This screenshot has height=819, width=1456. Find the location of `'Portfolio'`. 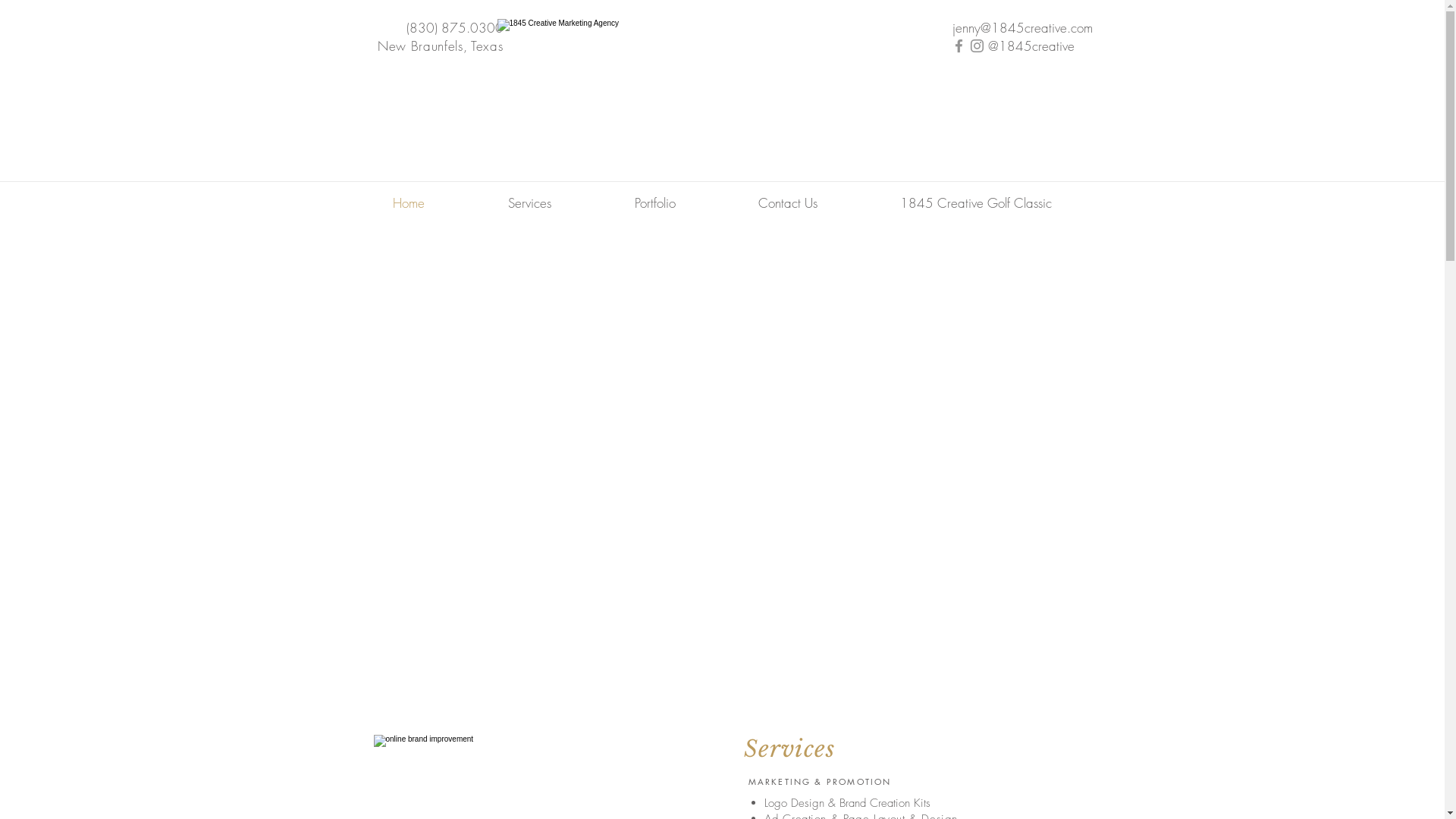

'Portfolio' is located at coordinates (655, 202).